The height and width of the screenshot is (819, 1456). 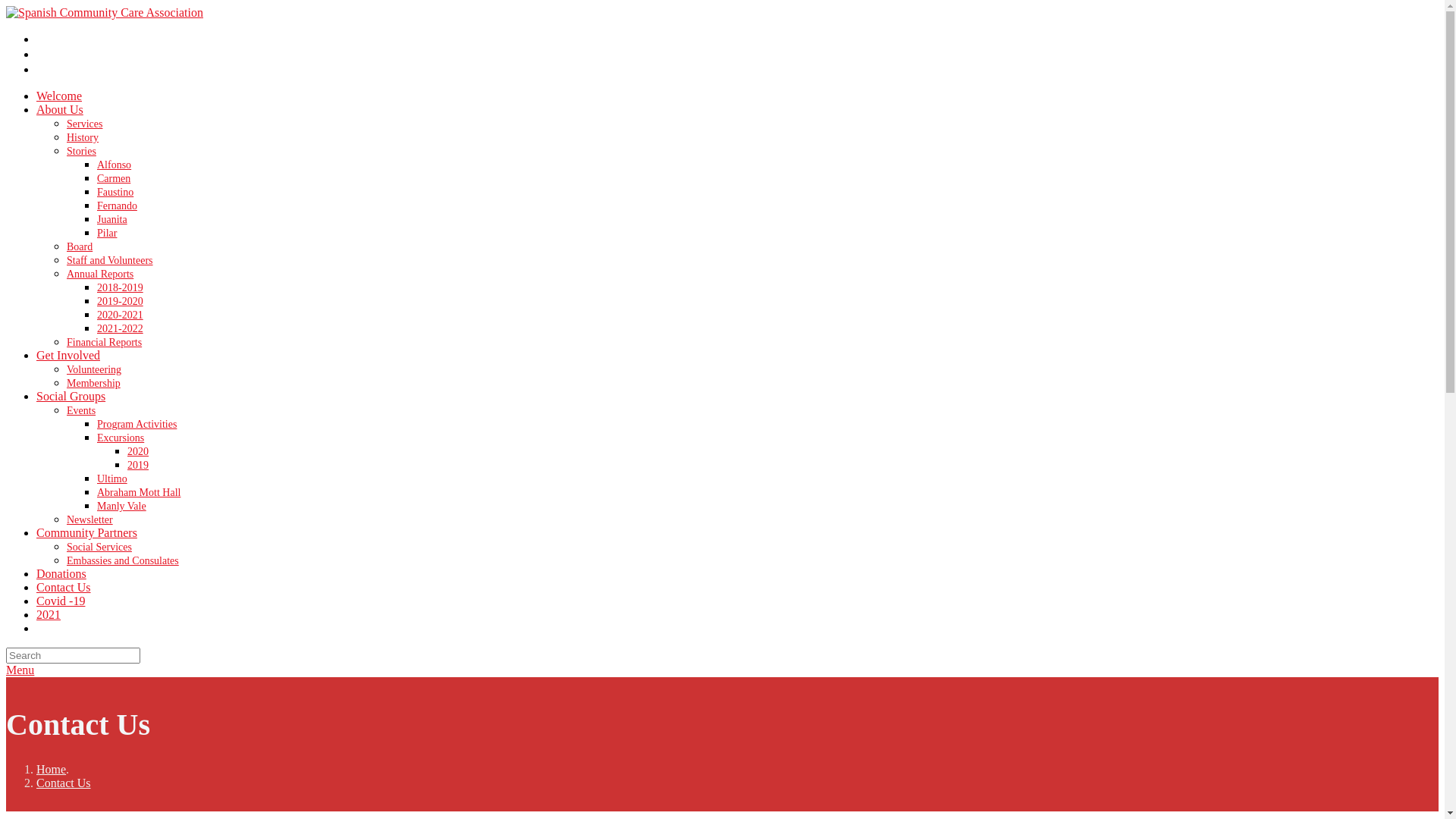 What do you see at coordinates (111, 219) in the screenshot?
I see `'Juanita'` at bounding box center [111, 219].